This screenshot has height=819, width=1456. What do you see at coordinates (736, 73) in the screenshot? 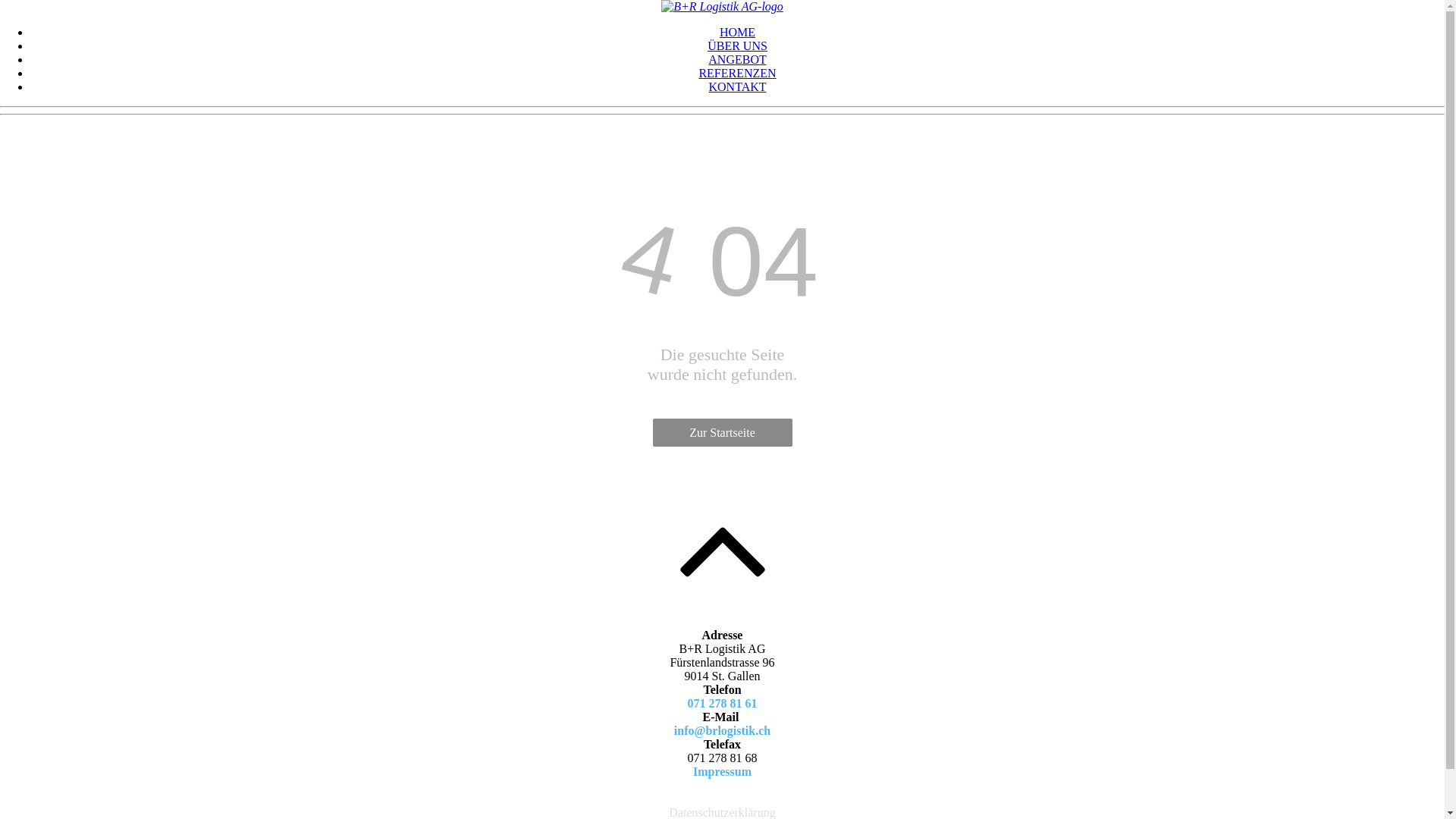
I see `'REFERENZEN'` at bounding box center [736, 73].